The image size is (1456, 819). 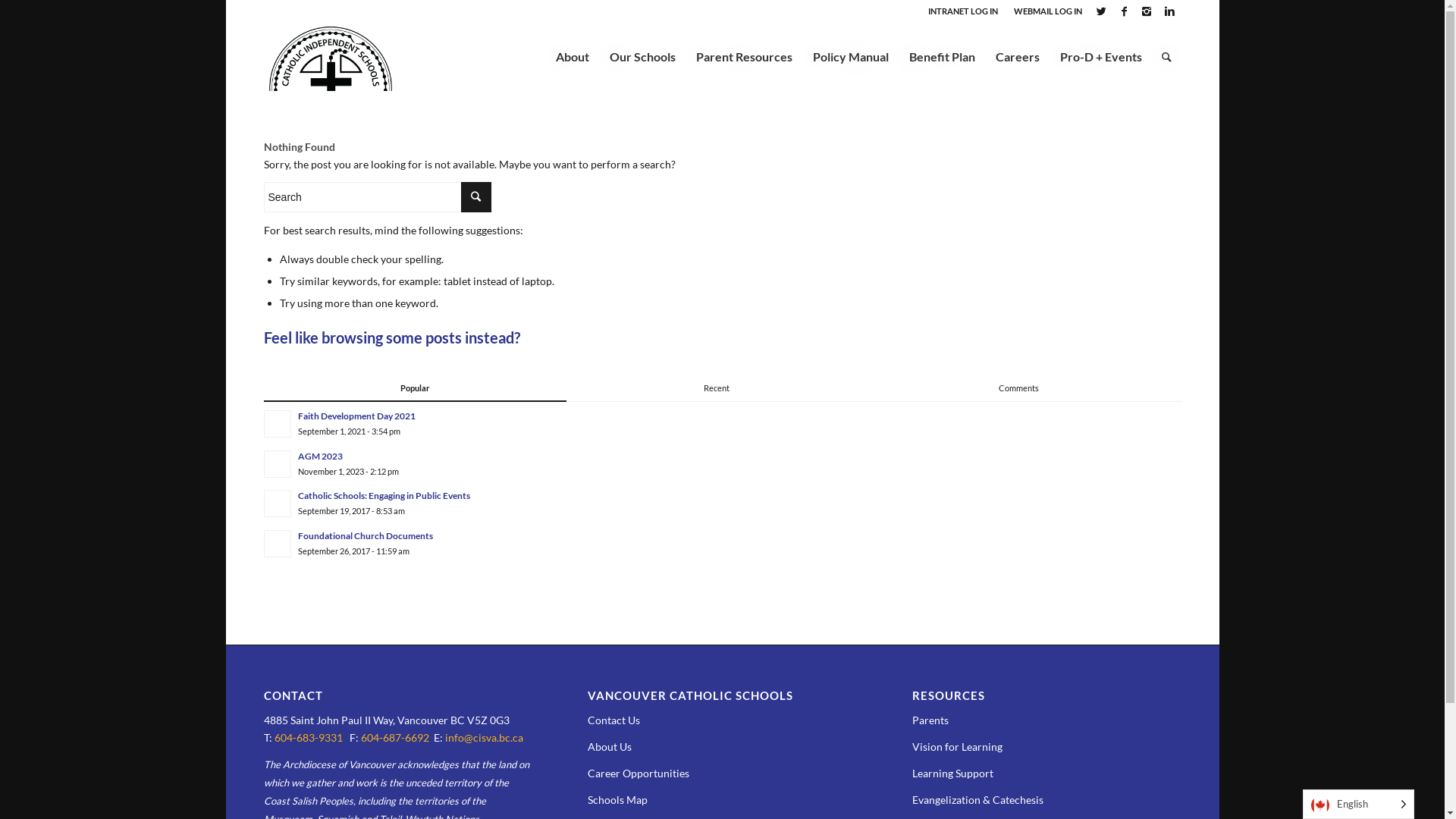 I want to click on 'Pro-D + Events', so click(x=1100, y=55).